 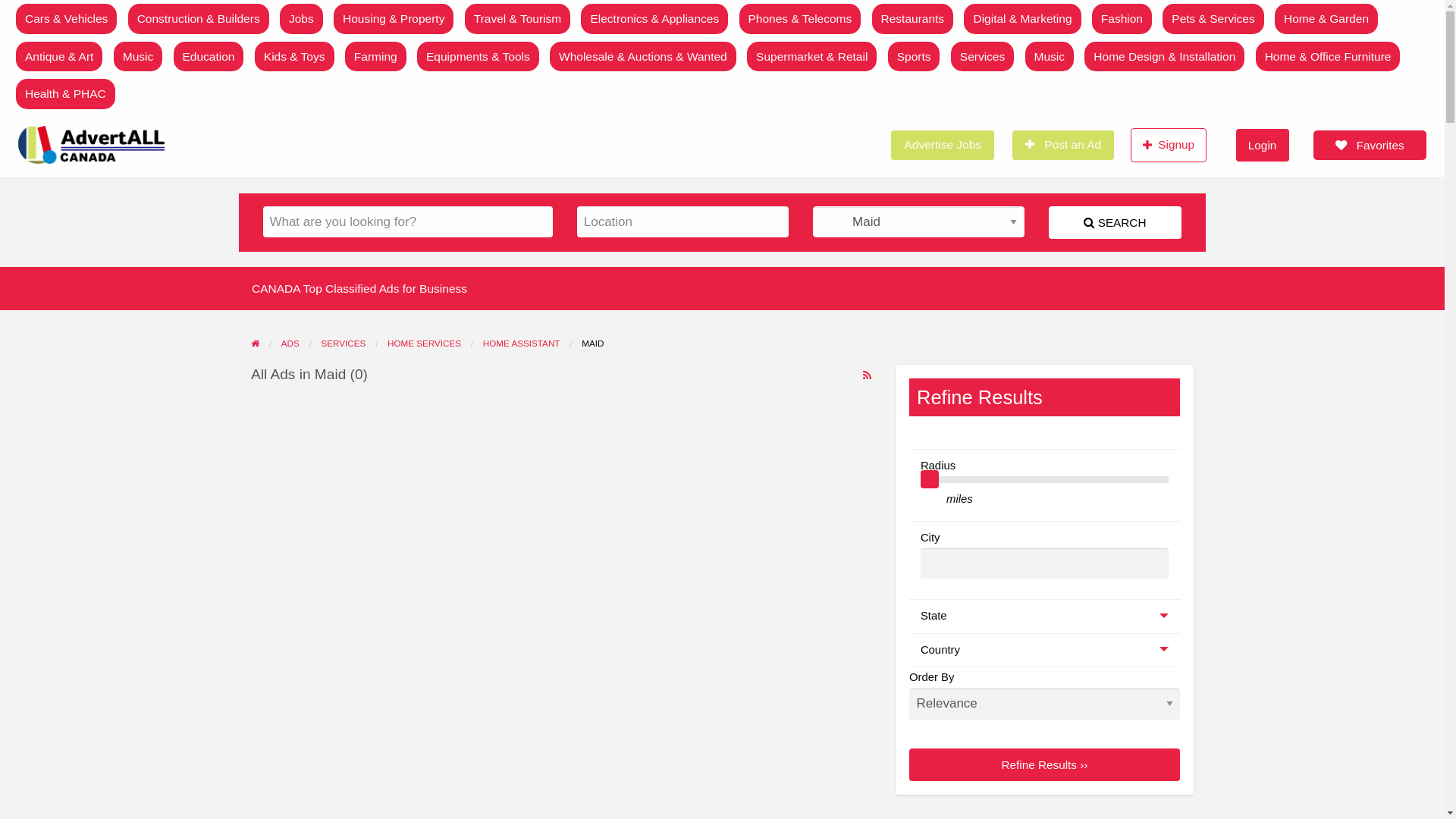 What do you see at coordinates (15, 55) in the screenshot?
I see `'Antique & Art'` at bounding box center [15, 55].